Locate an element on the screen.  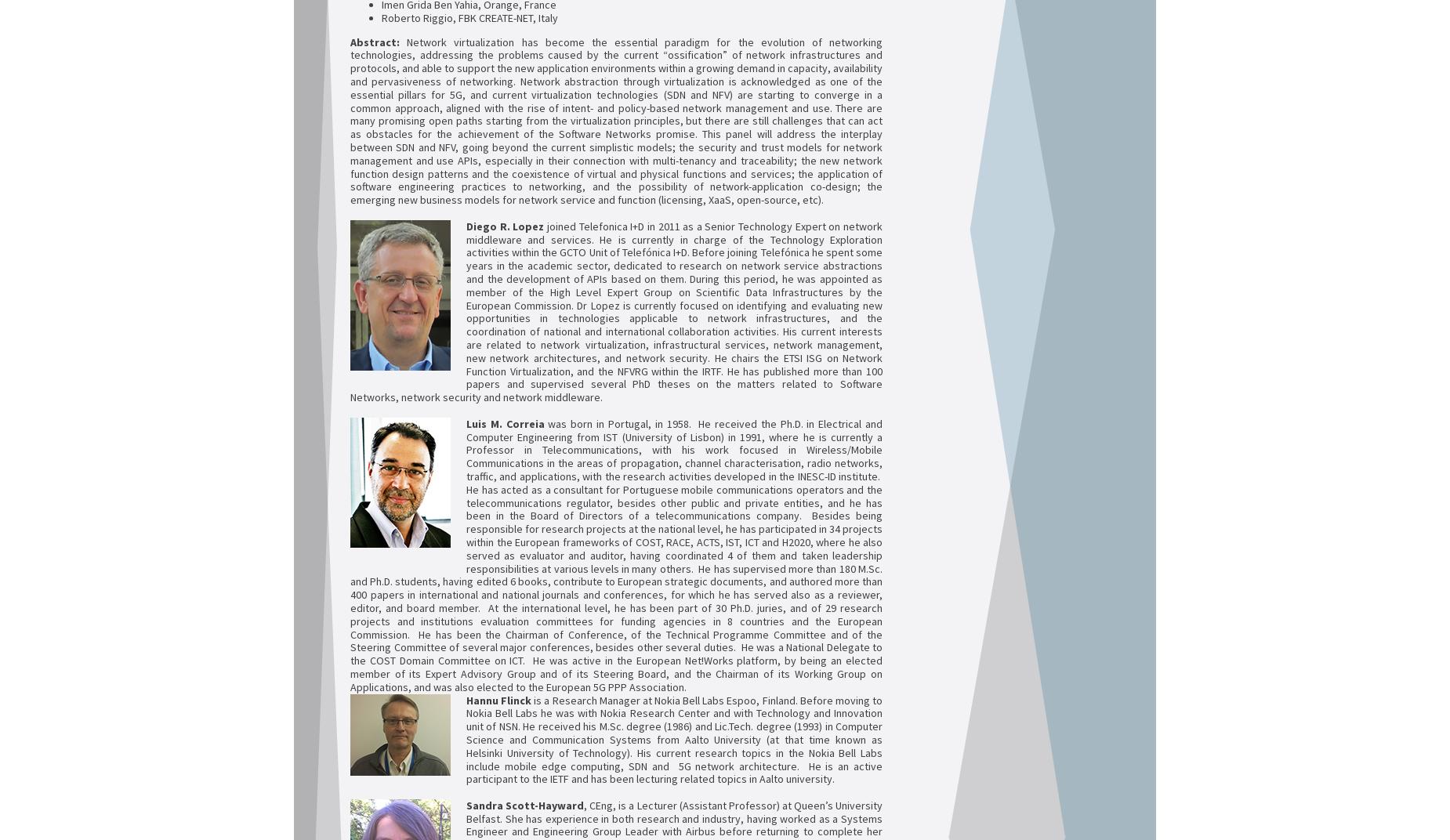
'Network virtualization has become the essential paradigm for the evolution of networking technologies, addressing the problems caused by the current “ossification” of network infrastructures and protocols, and able to support the new application environments within a growing demand in capacity, availability and pervasiveness of networking. Network abstraction through virtualization is acknowledged as one of the essential pillars for 5G, and current virtualization technologies (SDN and NFV) are starting to converge in a common approach, aligned with the rise of intent- and policy-based network management and use. There are many promising open paths starting from the virtualization principles, but there are still challenges that can act as obstacles for the achievement of the Software Networks promise. This panel will address the interplay between SDN and NFV, going beyond the current simplistic models; the security and trust models for network management and use APIs, especially in their connection with multi-tenancy and traceability; the new network function design patterns and the coexistence of virtual and physical functions and services; the application of software engineering practices to networking, and the possibility of network-application co-design; the emerging new business models for network service and function (licensing, XaaS, open-source, etc).' is located at coordinates (616, 120).